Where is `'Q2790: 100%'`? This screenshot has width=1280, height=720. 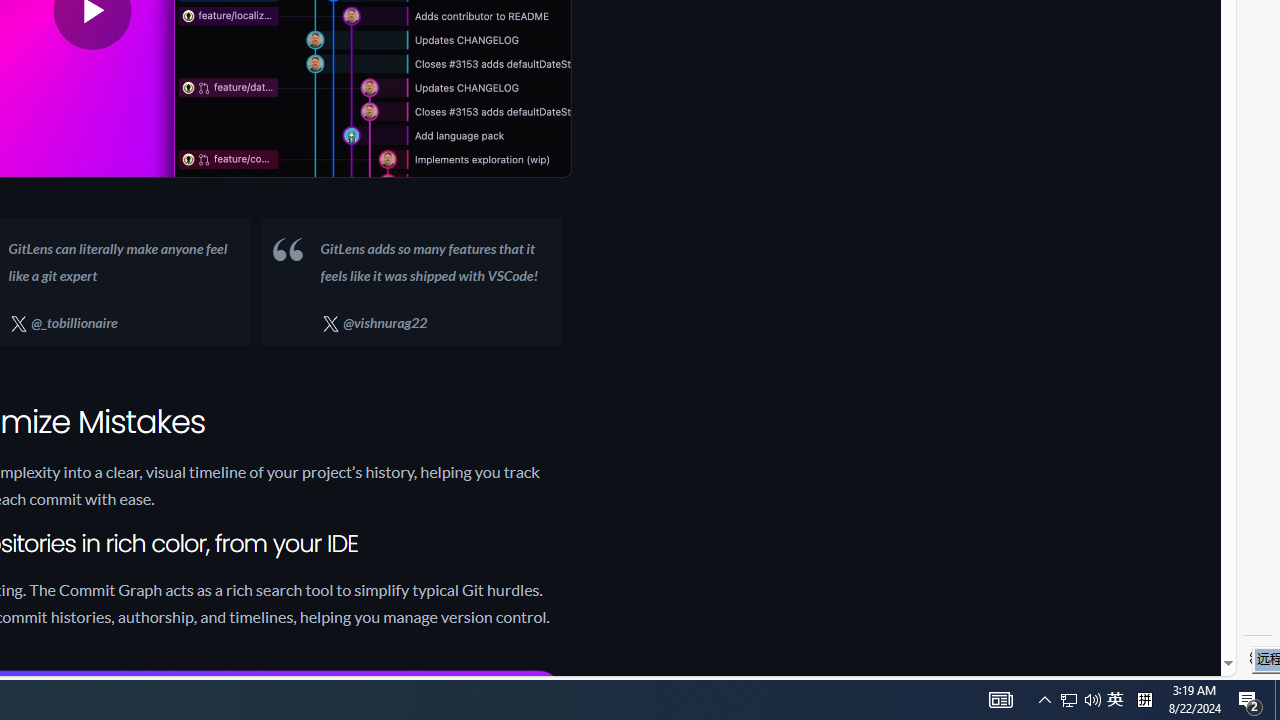 'Q2790: 100%' is located at coordinates (1092, 698).